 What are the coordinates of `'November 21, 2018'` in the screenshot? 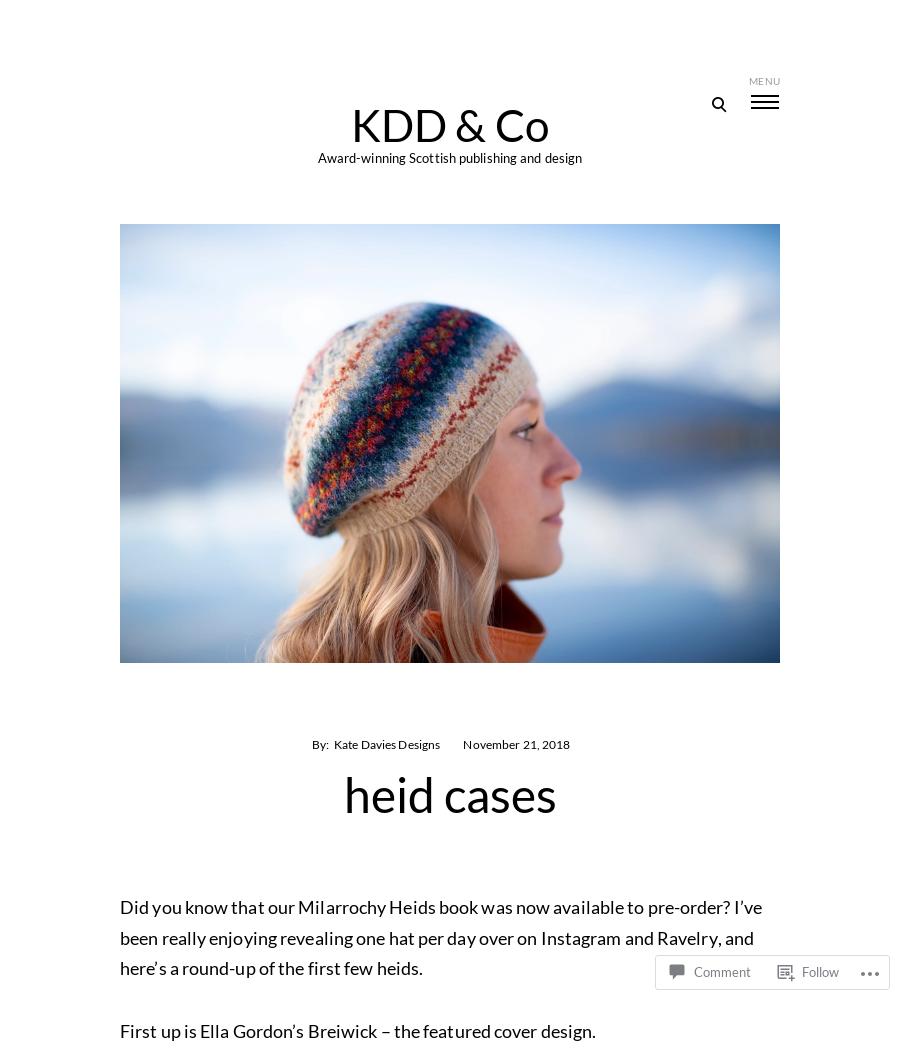 It's located at (461, 743).